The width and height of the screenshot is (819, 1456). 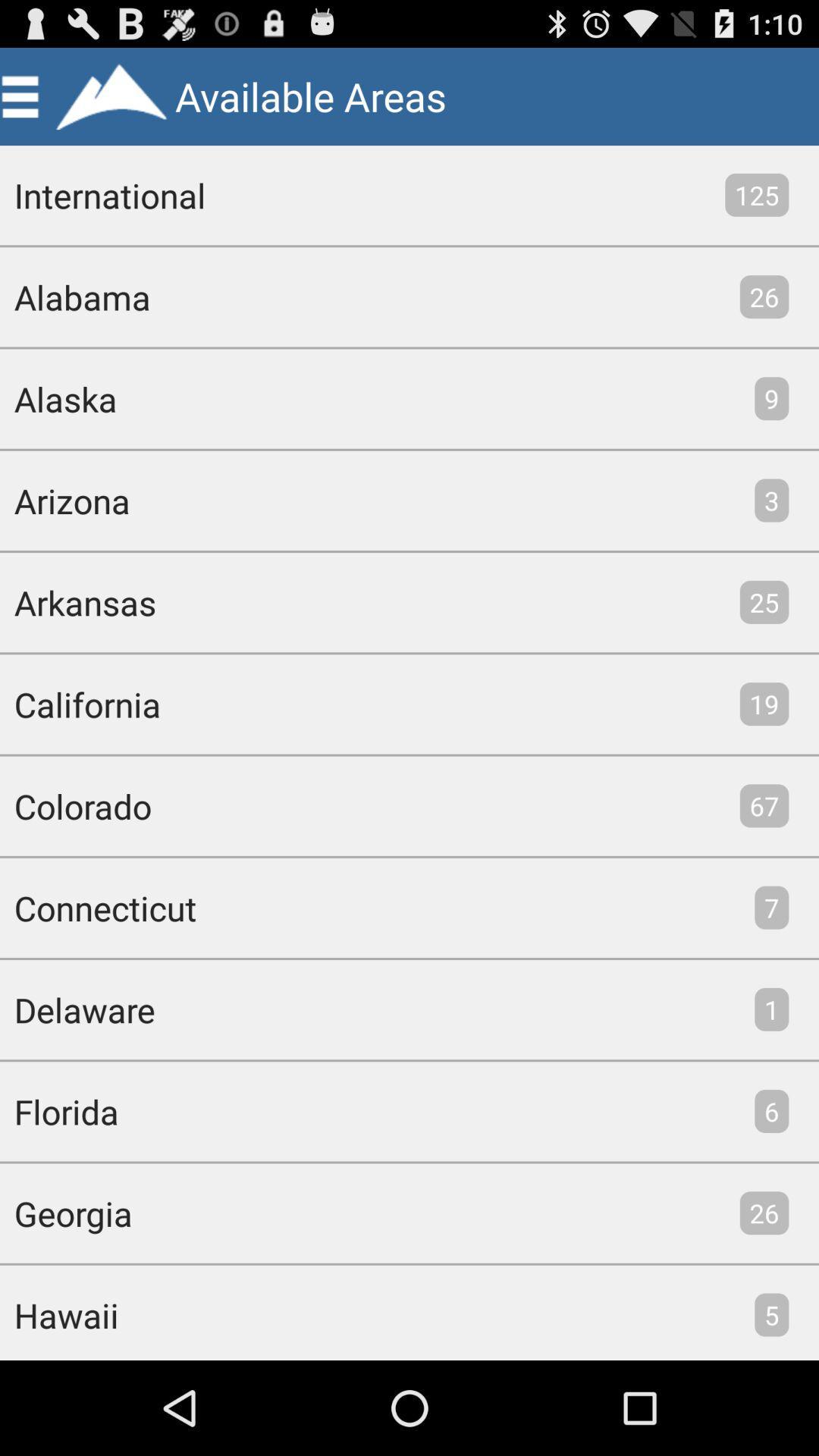 What do you see at coordinates (764, 805) in the screenshot?
I see `the app next to the colorado icon` at bounding box center [764, 805].